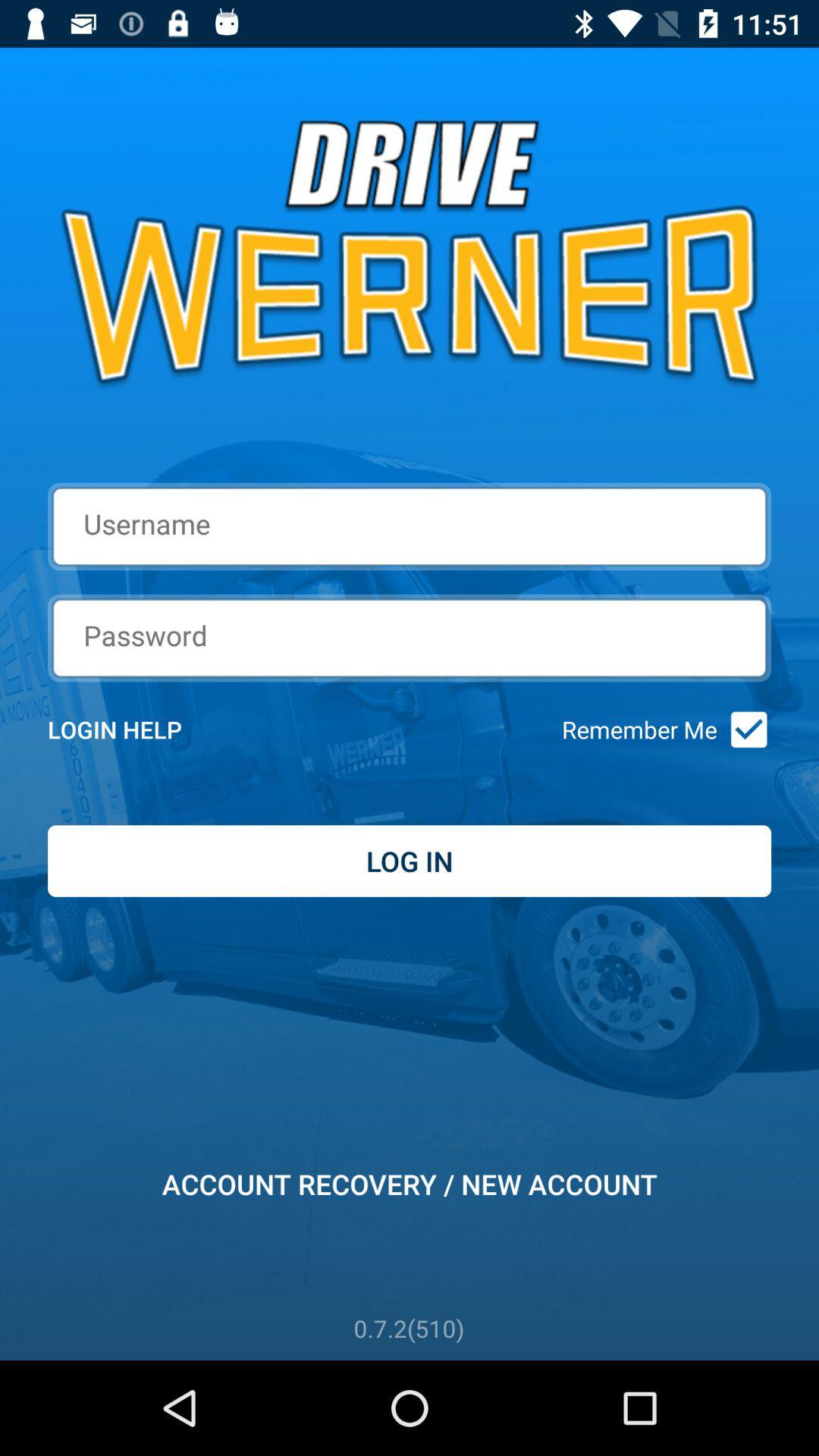 This screenshot has width=819, height=1456. I want to click on the item above the log in, so click(134, 730).